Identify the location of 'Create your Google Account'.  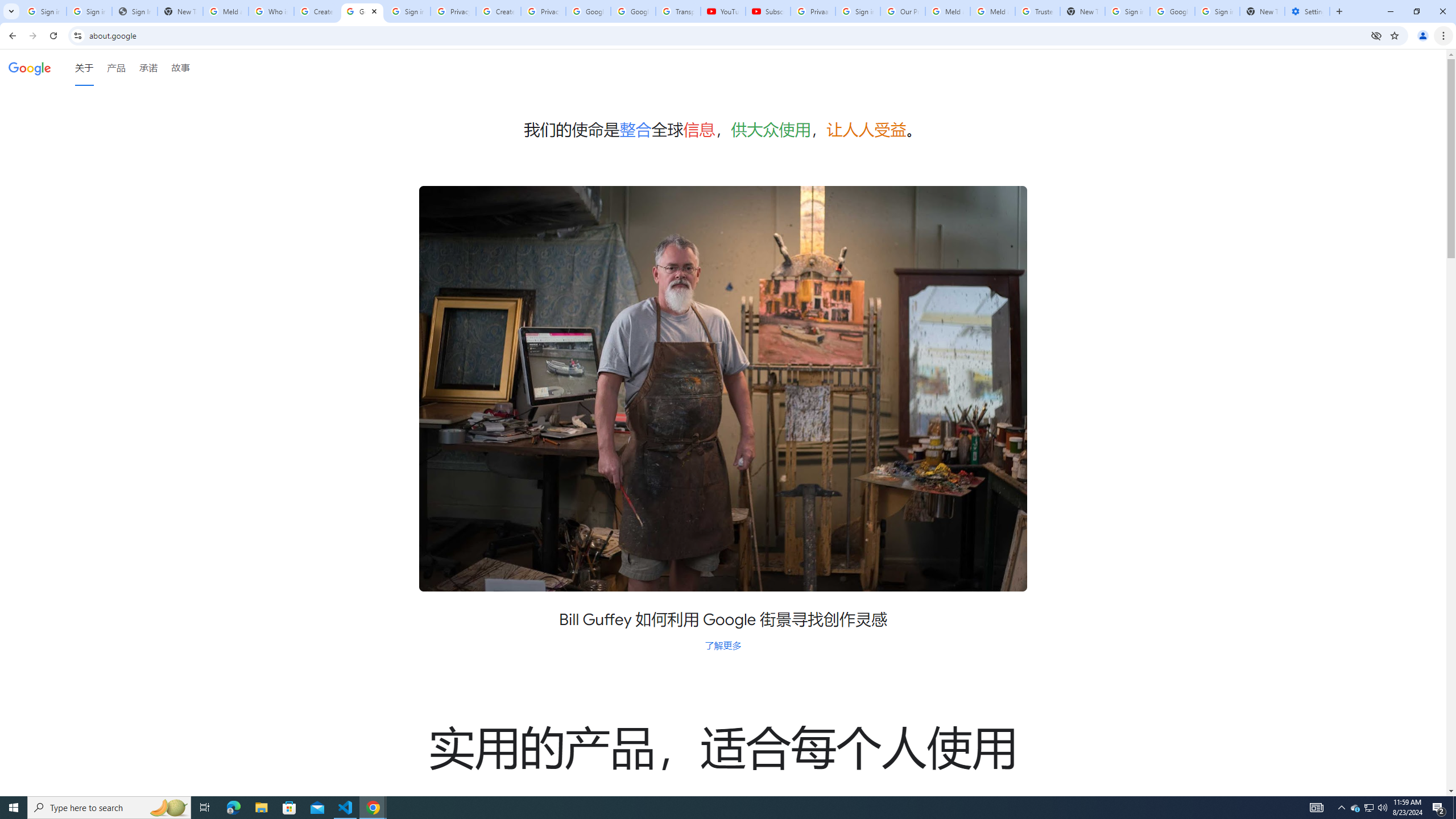
(498, 11).